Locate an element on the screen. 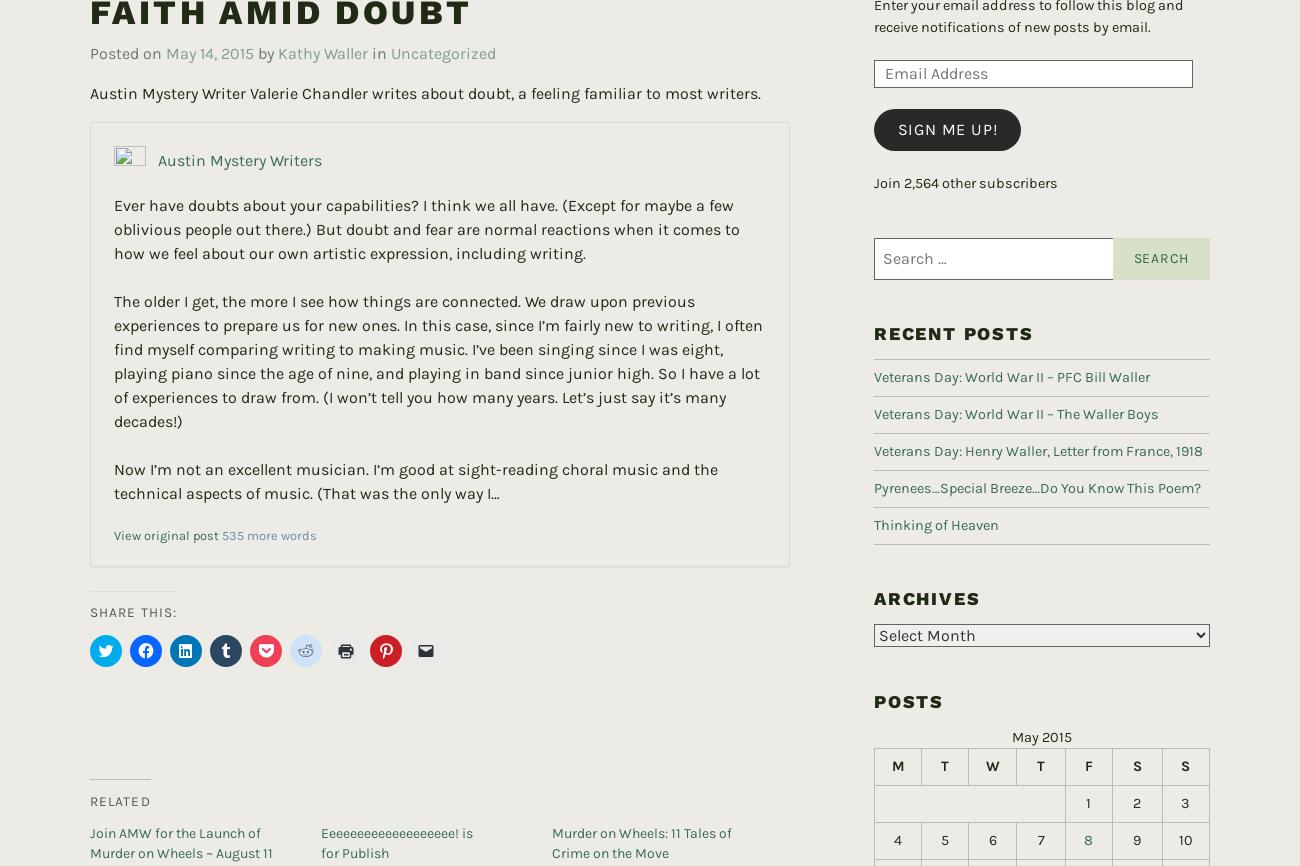  'Ever have doubts about your capabilities? I think we all have. (Except for maybe a few oblivious people out there.) But doubt and fear are normal reactions when it comes to how we feel about our own artistic expression, including writing.' is located at coordinates (427, 197).